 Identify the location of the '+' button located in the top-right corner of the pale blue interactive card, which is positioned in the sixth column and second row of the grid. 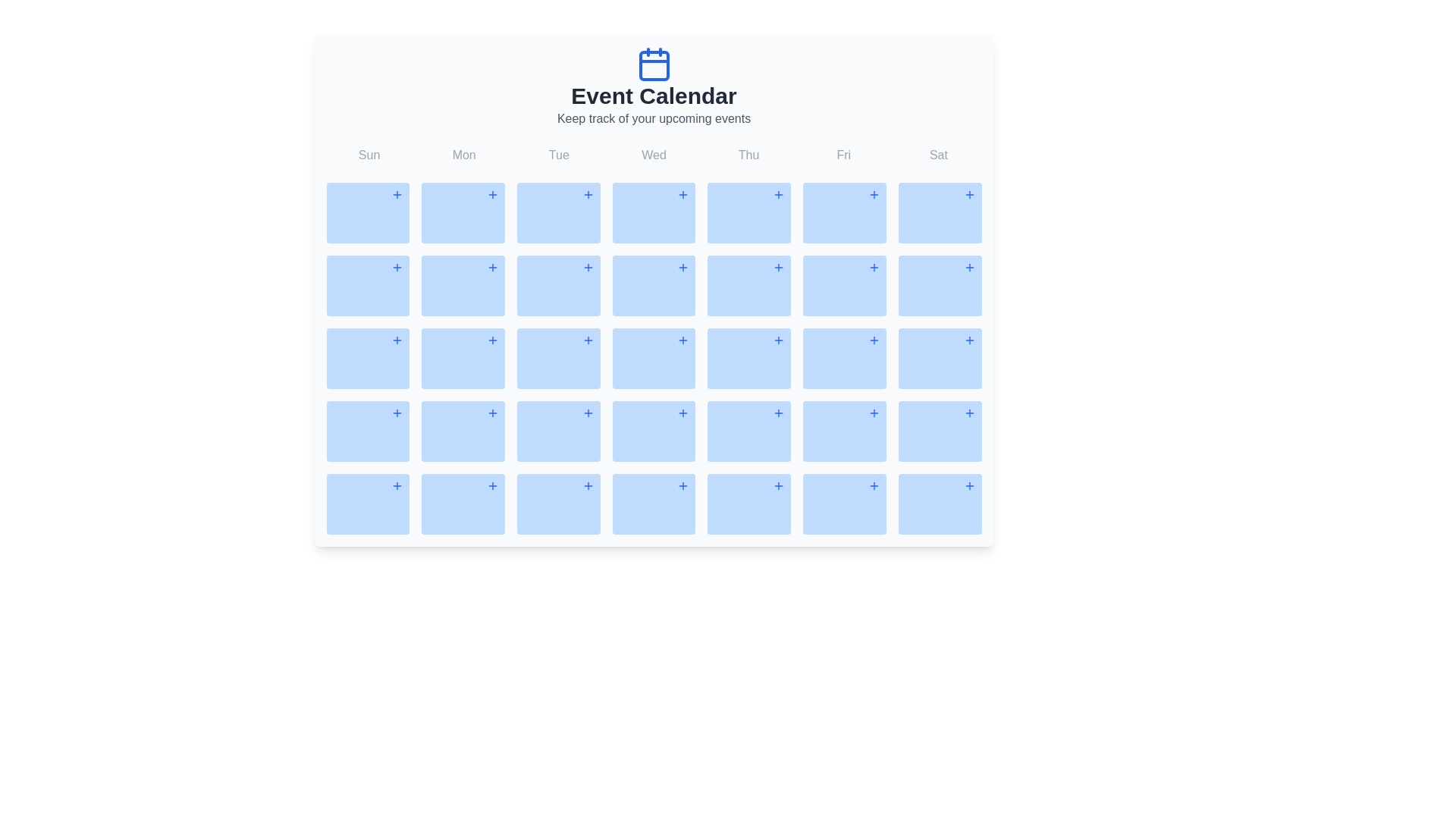
(843, 286).